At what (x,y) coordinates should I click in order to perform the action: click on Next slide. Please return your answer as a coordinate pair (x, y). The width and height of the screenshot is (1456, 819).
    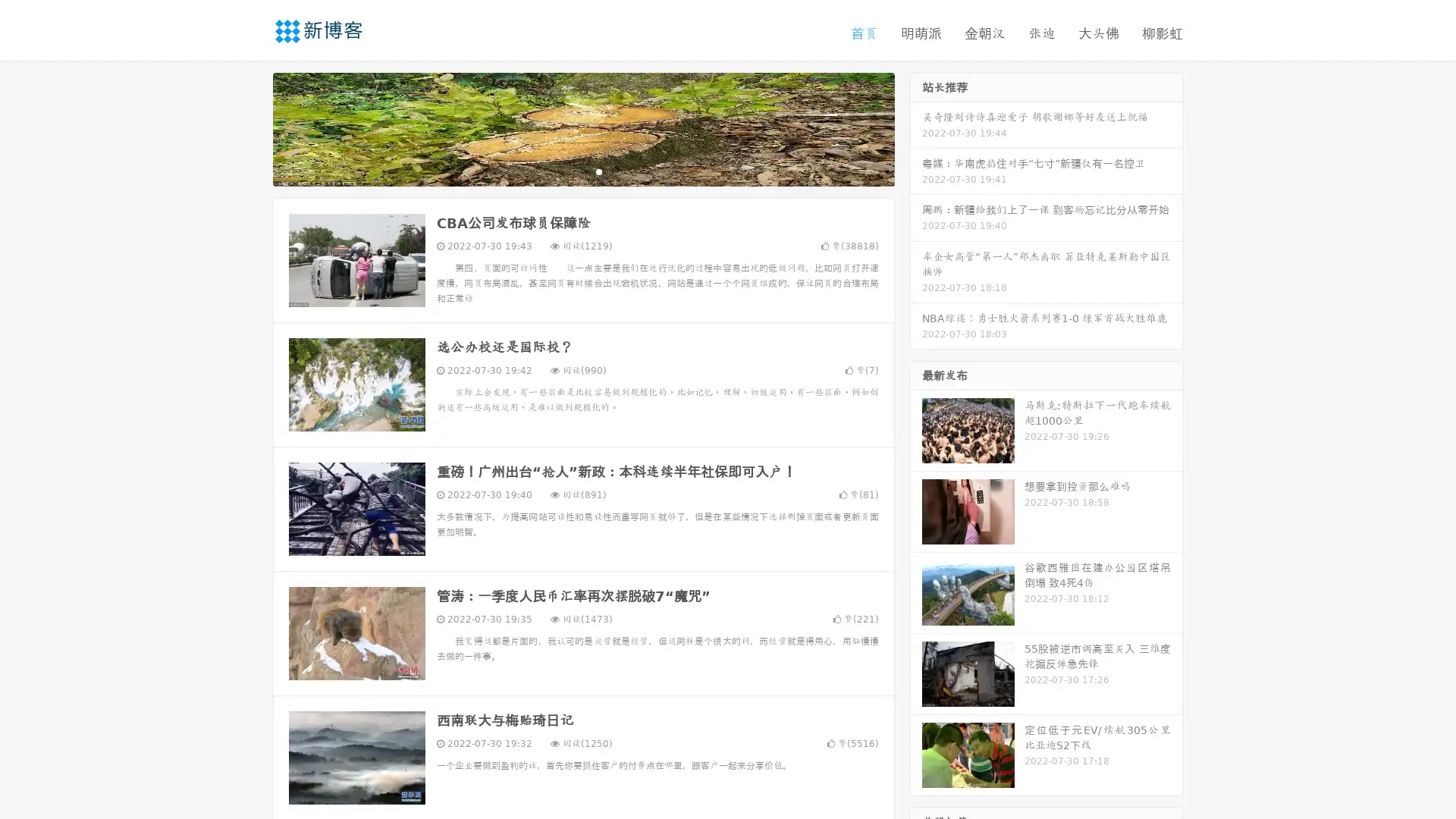
    Looking at the image, I should click on (916, 127).